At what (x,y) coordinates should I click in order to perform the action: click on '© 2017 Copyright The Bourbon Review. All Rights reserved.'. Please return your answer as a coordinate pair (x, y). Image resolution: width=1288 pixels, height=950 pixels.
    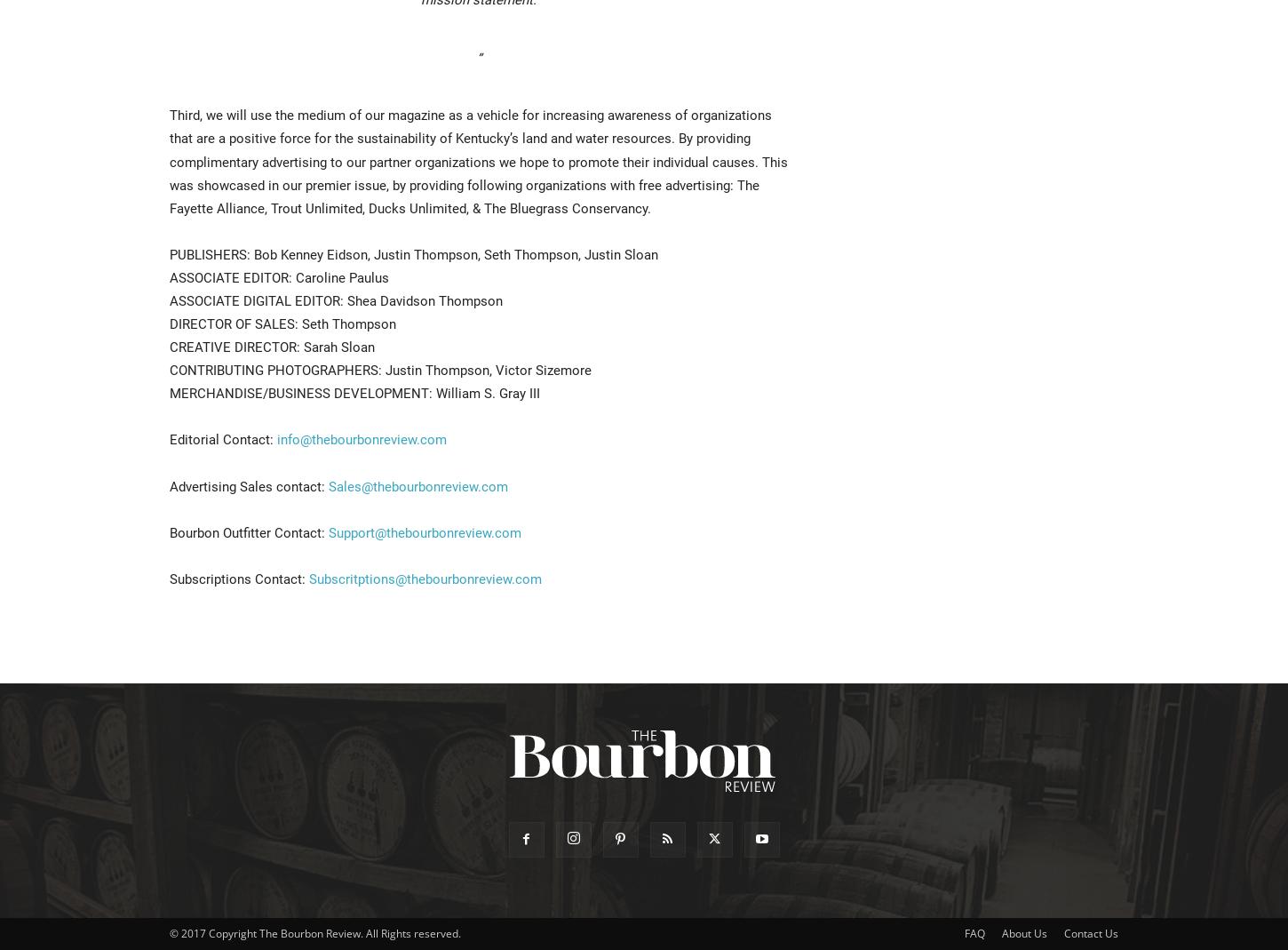
    Looking at the image, I should click on (314, 932).